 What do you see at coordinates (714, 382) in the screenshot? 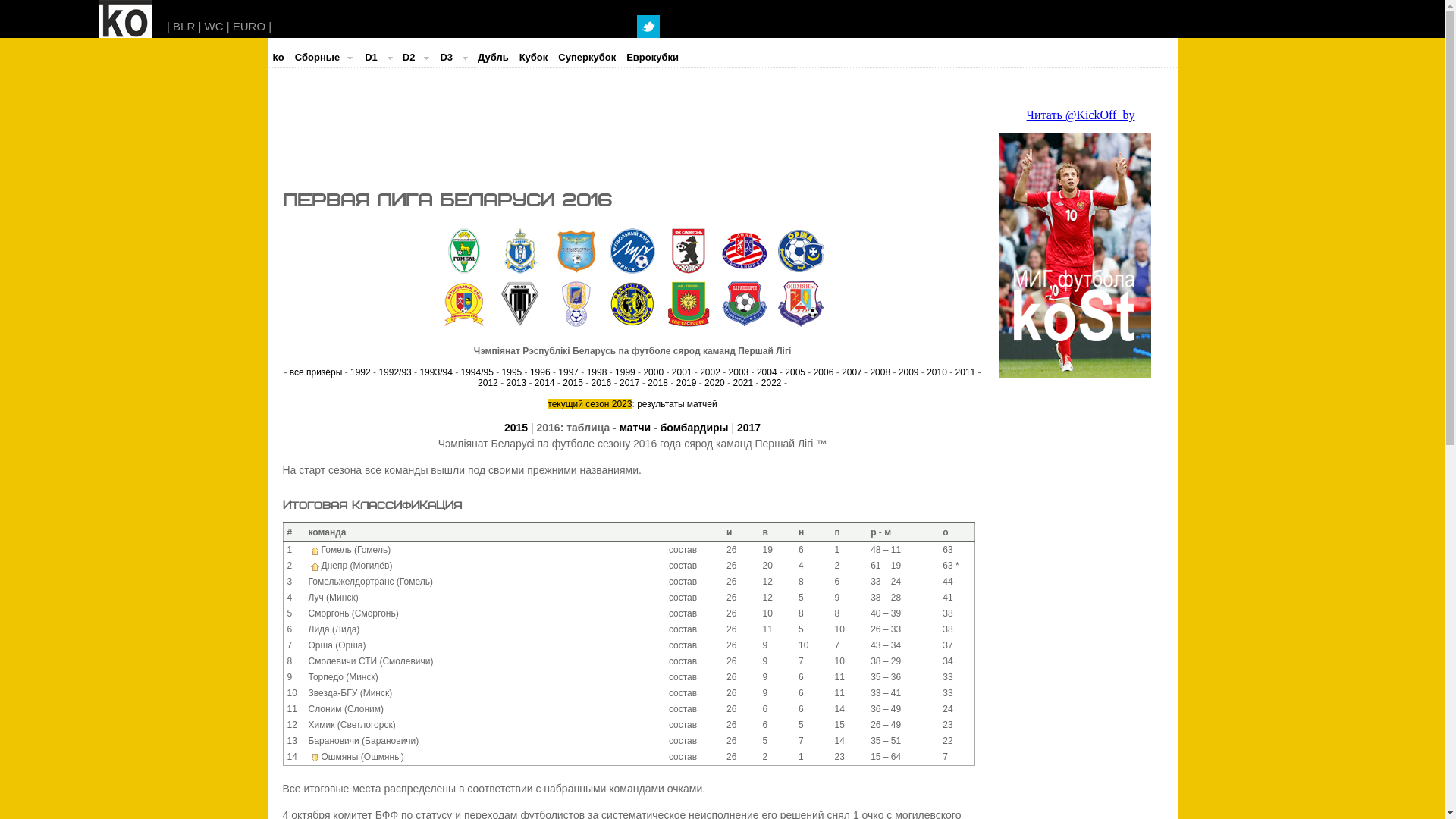
I see `'2020'` at bounding box center [714, 382].